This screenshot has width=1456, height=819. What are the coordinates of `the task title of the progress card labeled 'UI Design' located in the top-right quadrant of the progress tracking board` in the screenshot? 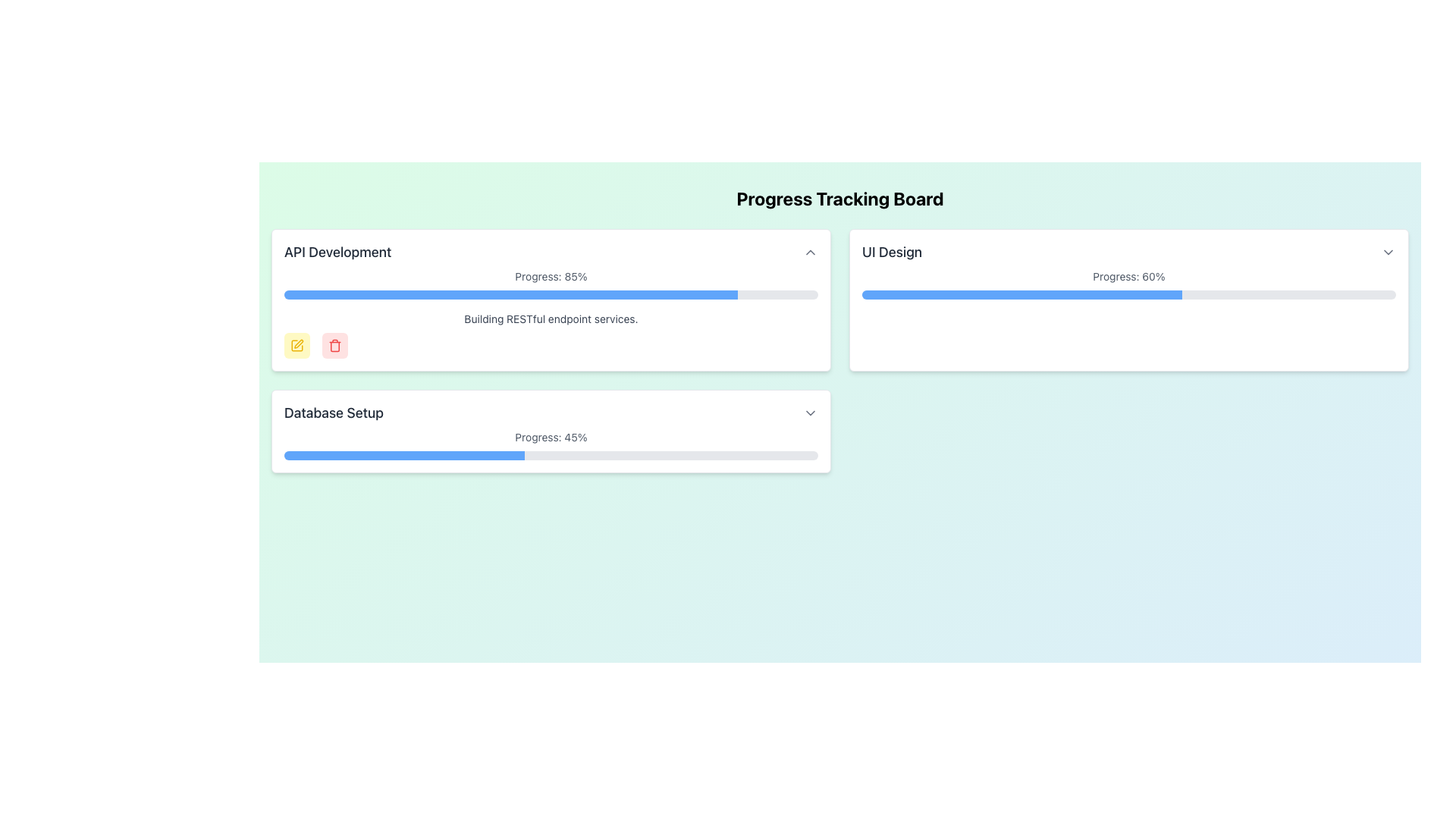 It's located at (1128, 300).